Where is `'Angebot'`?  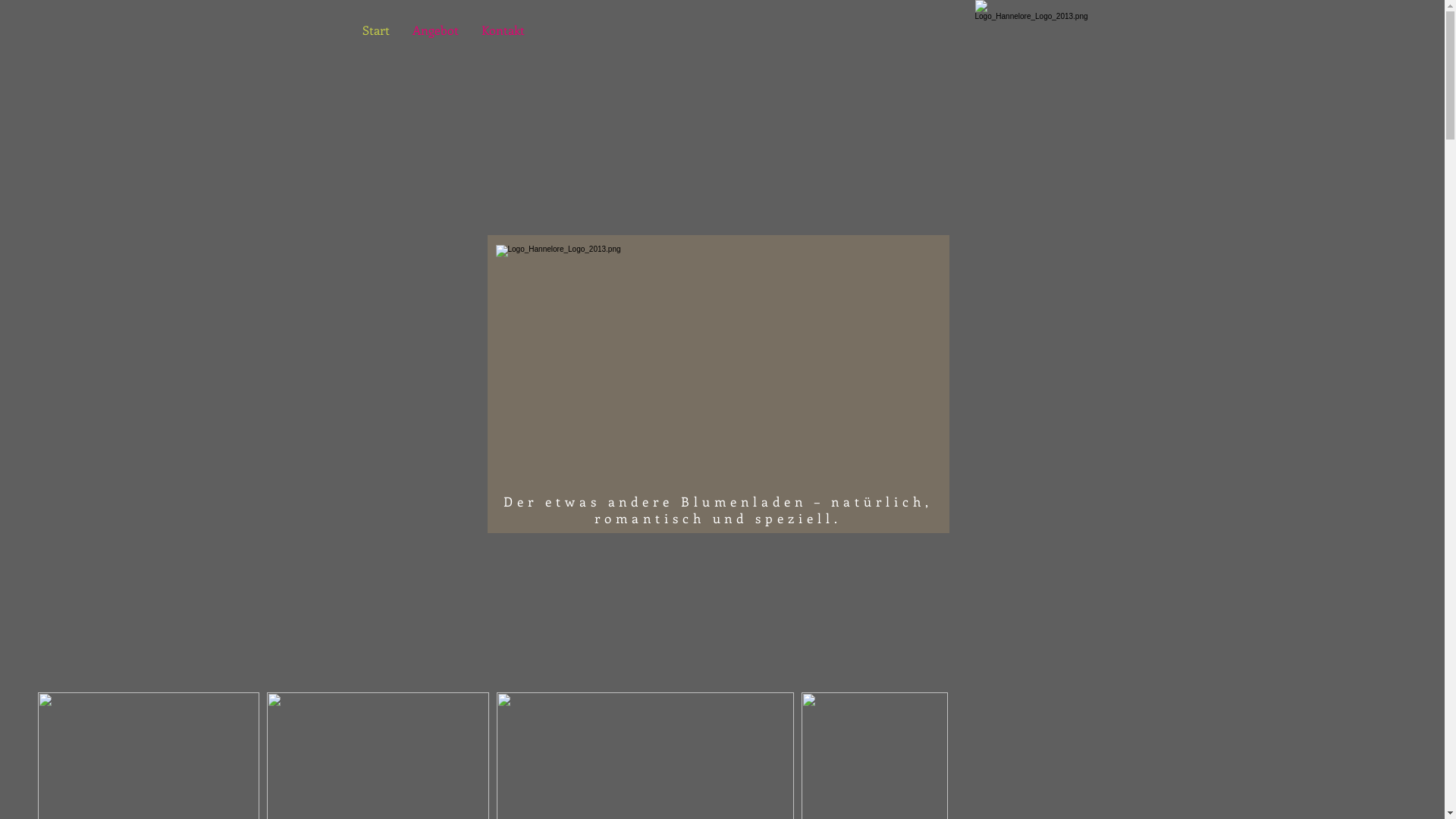 'Angebot' is located at coordinates (434, 30).